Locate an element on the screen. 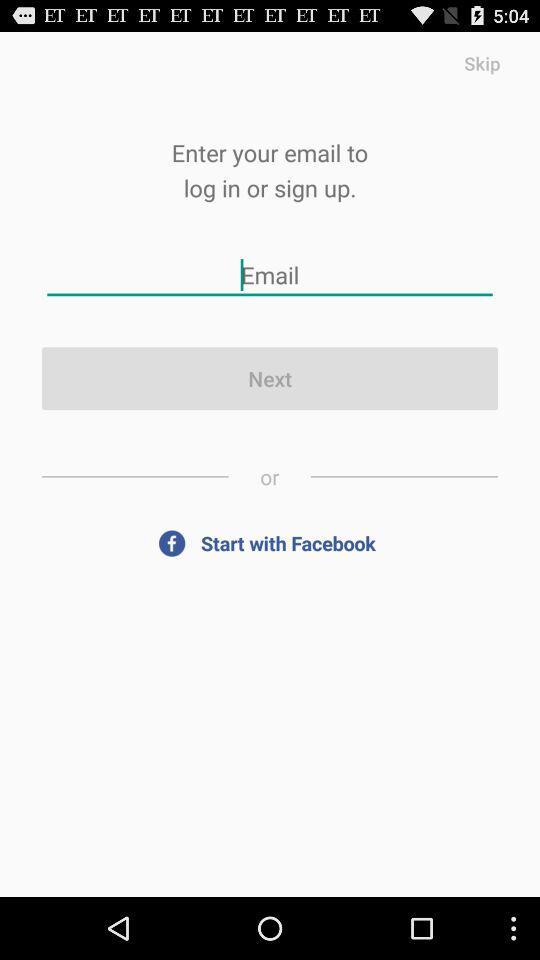 This screenshot has width=540, height=960. app below the or item is located at coordinates (270, 543).